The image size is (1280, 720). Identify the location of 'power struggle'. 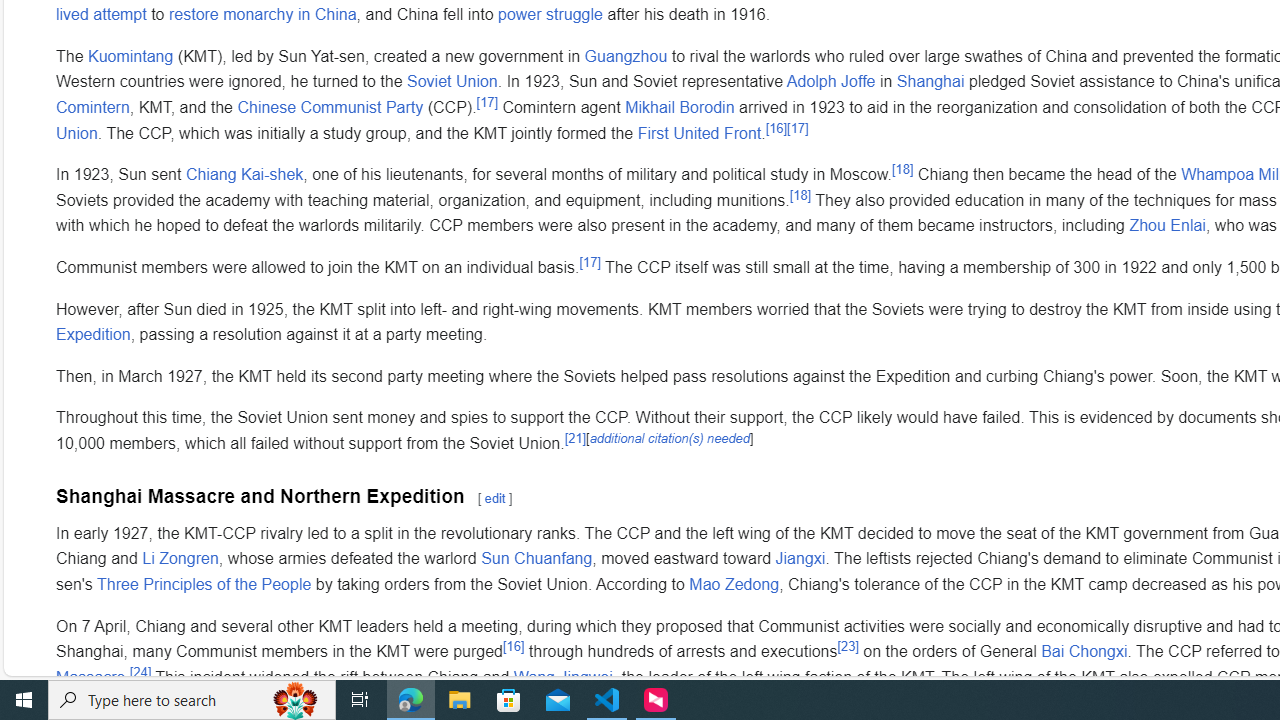
(550, 14).